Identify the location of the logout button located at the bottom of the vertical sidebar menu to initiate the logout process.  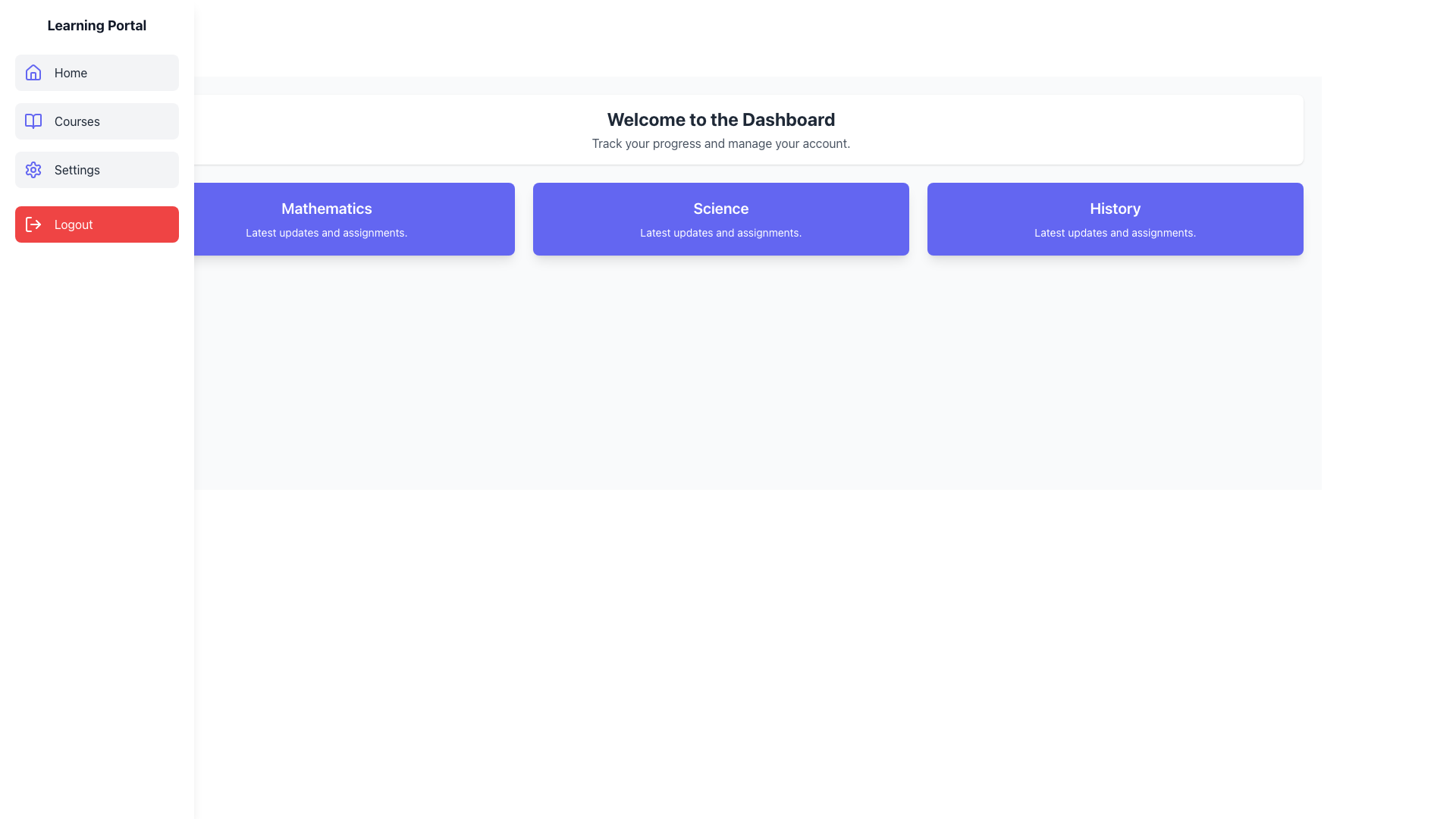
(96, 224).